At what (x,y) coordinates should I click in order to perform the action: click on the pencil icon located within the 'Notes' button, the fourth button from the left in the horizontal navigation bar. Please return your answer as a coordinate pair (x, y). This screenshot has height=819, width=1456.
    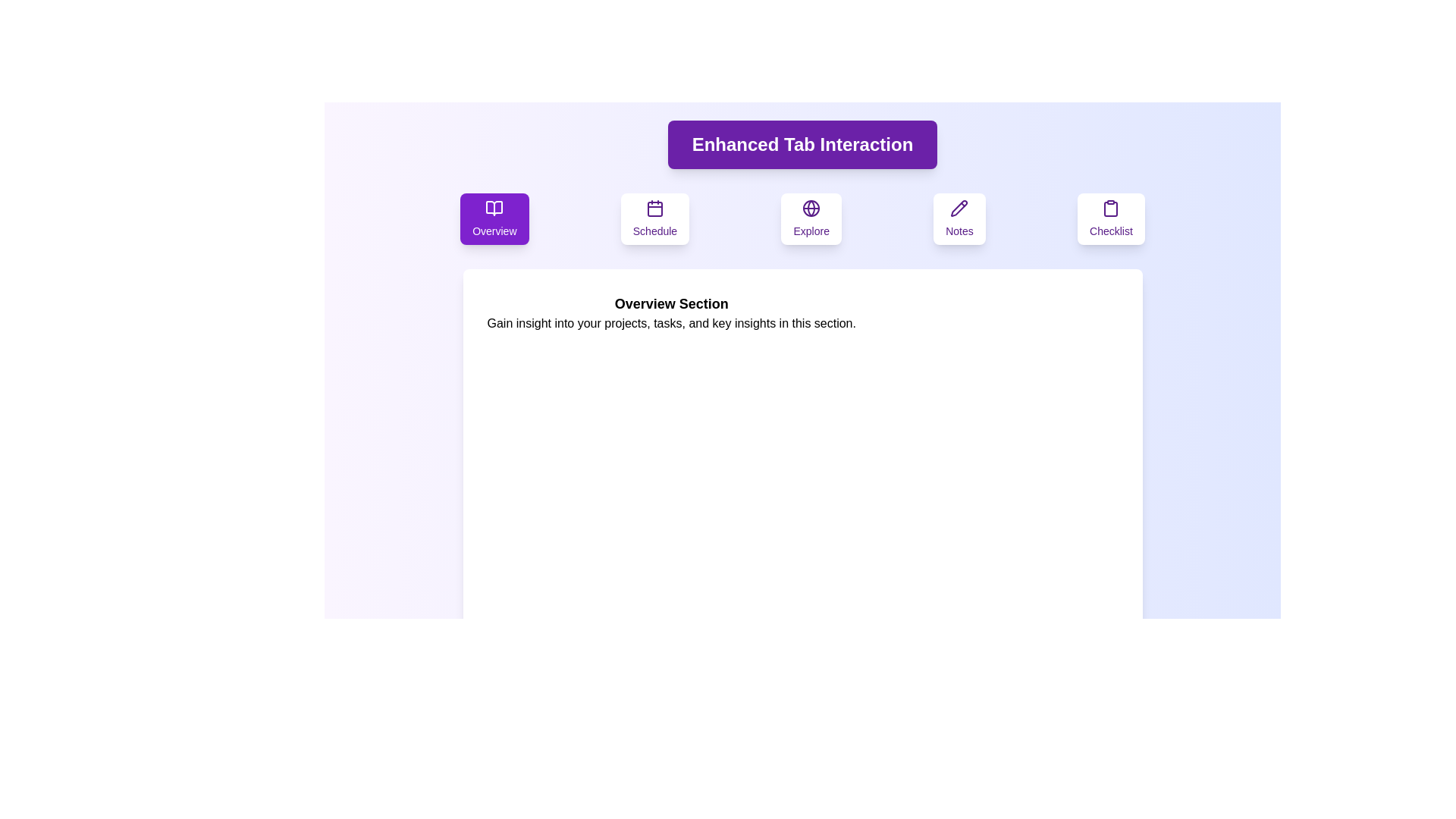
    Looking at the image, I should click on (959, 208).